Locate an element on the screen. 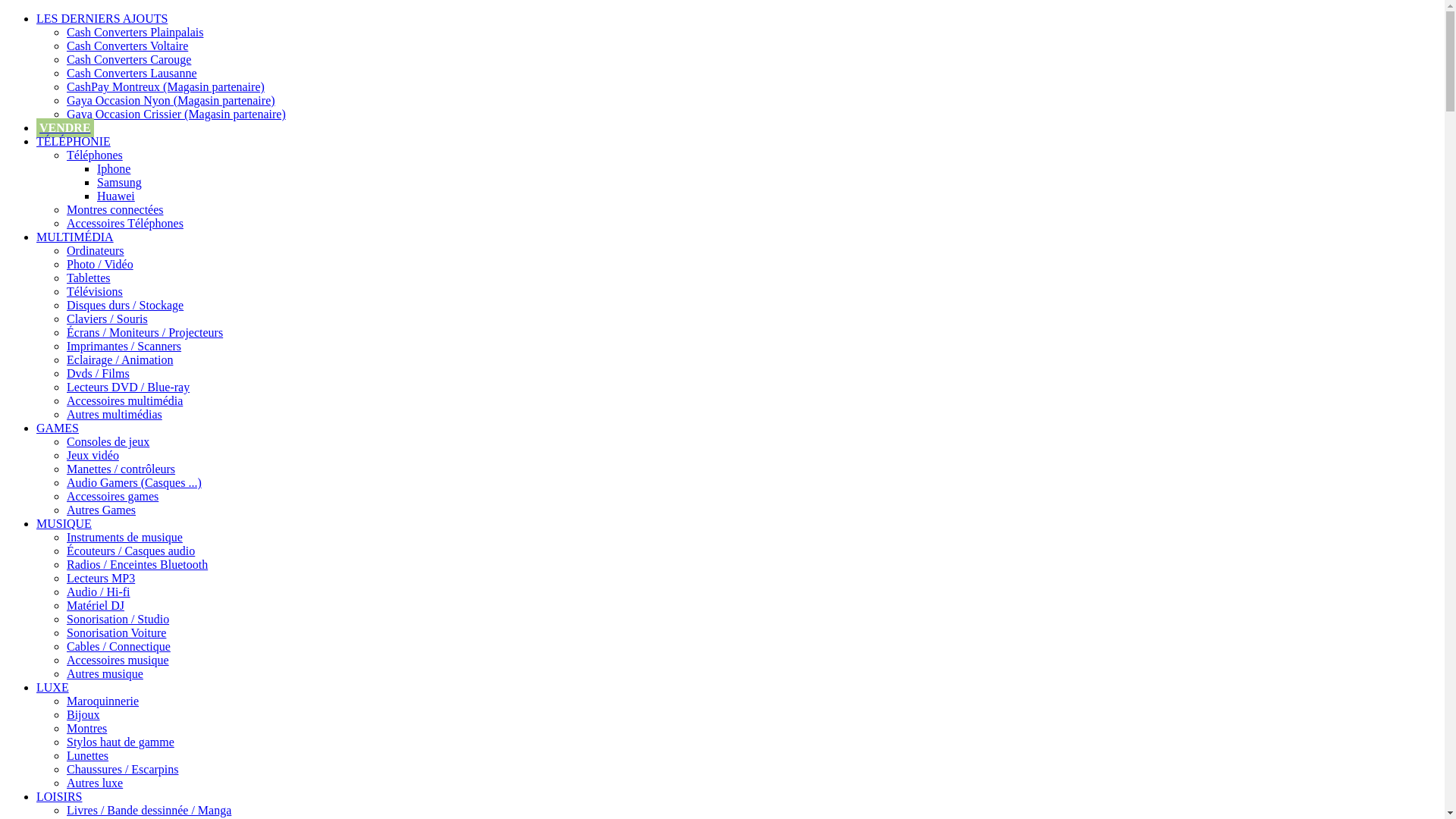 The image size is (1456, 819). 'Consoles de jeux' is located at coordinates (107, 441).